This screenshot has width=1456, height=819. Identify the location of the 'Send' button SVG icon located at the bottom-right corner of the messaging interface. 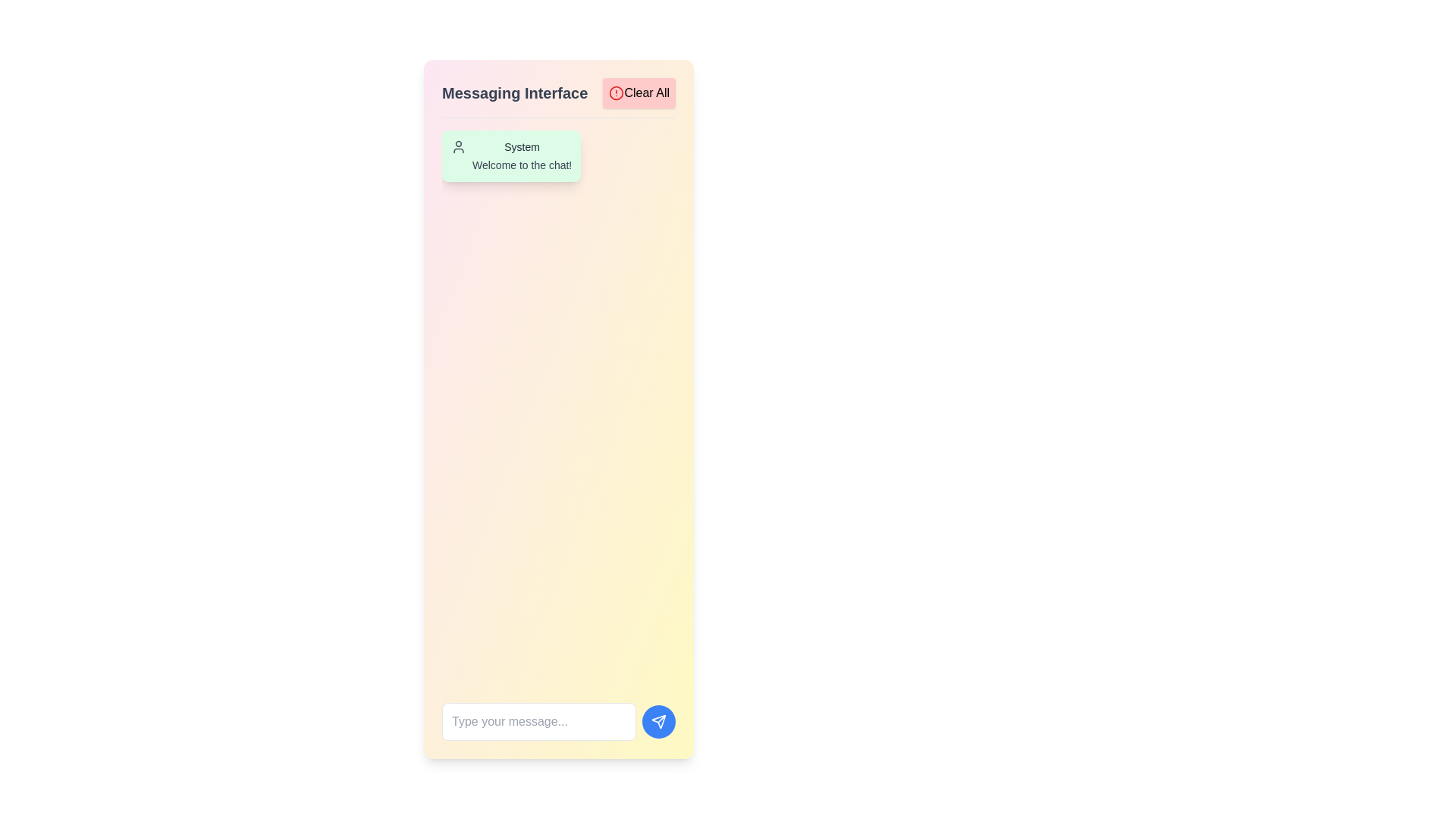
(658, 721).